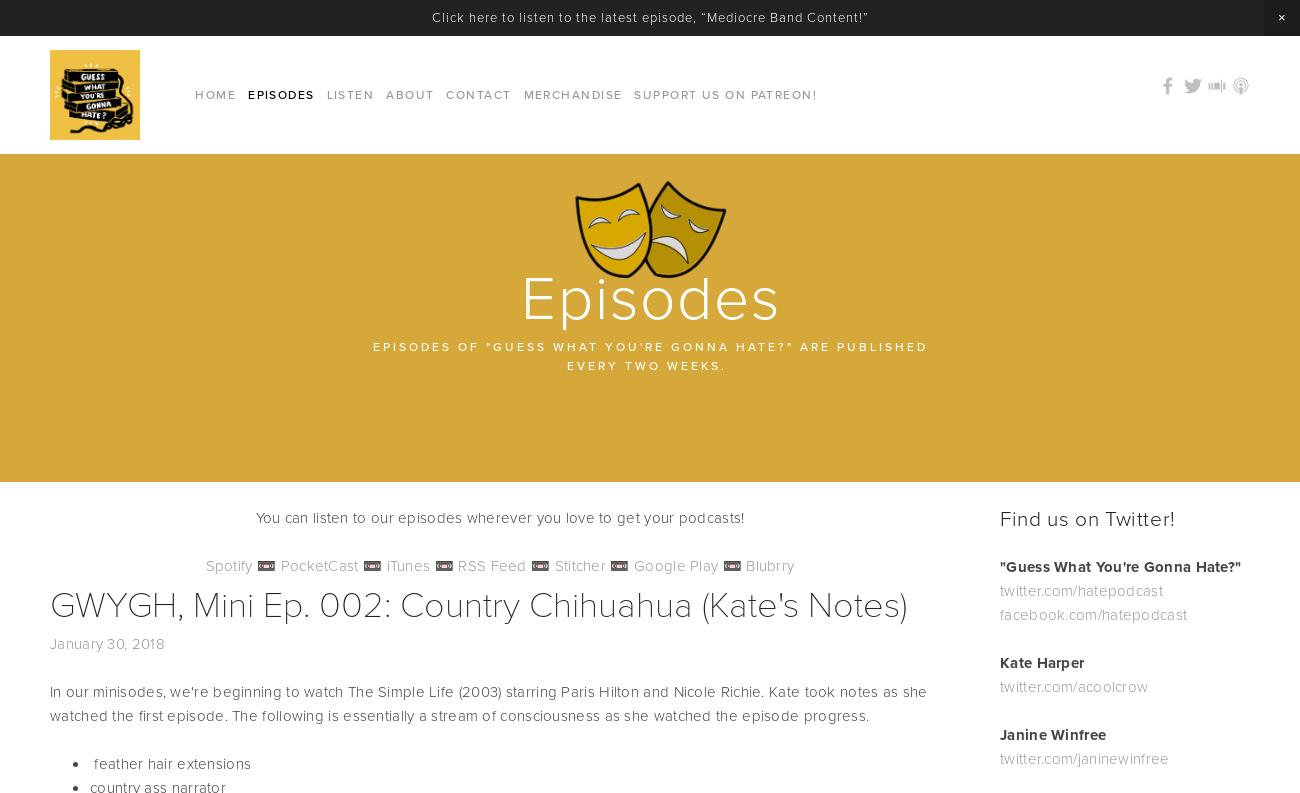 The width and height of the screenshot is (1300, 793). I want to click on 'Click here to listen to the latest episode, “Mediocre Band Content!”', so click(649, 16).